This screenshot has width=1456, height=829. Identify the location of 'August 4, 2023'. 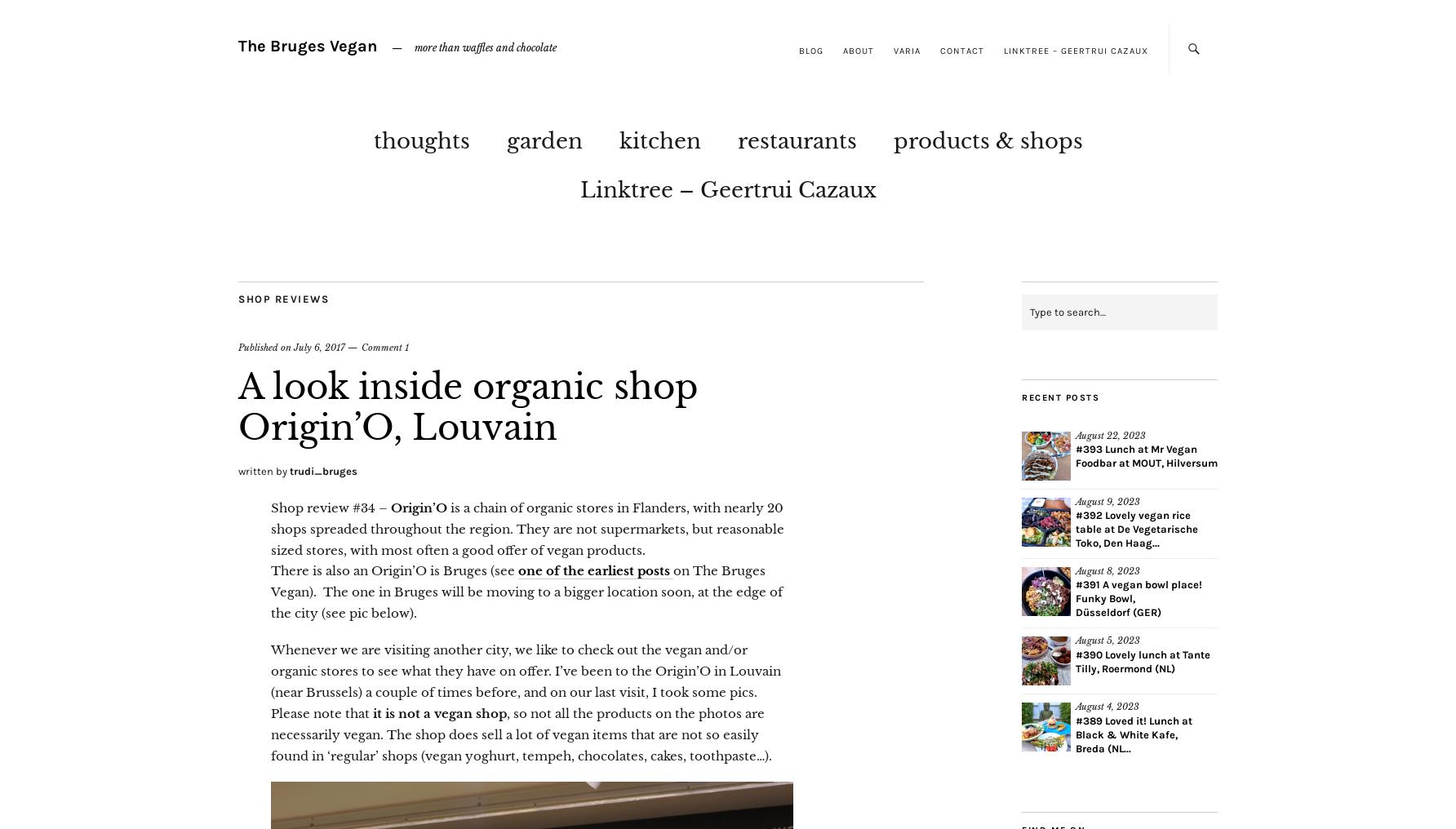
(1108, 707).